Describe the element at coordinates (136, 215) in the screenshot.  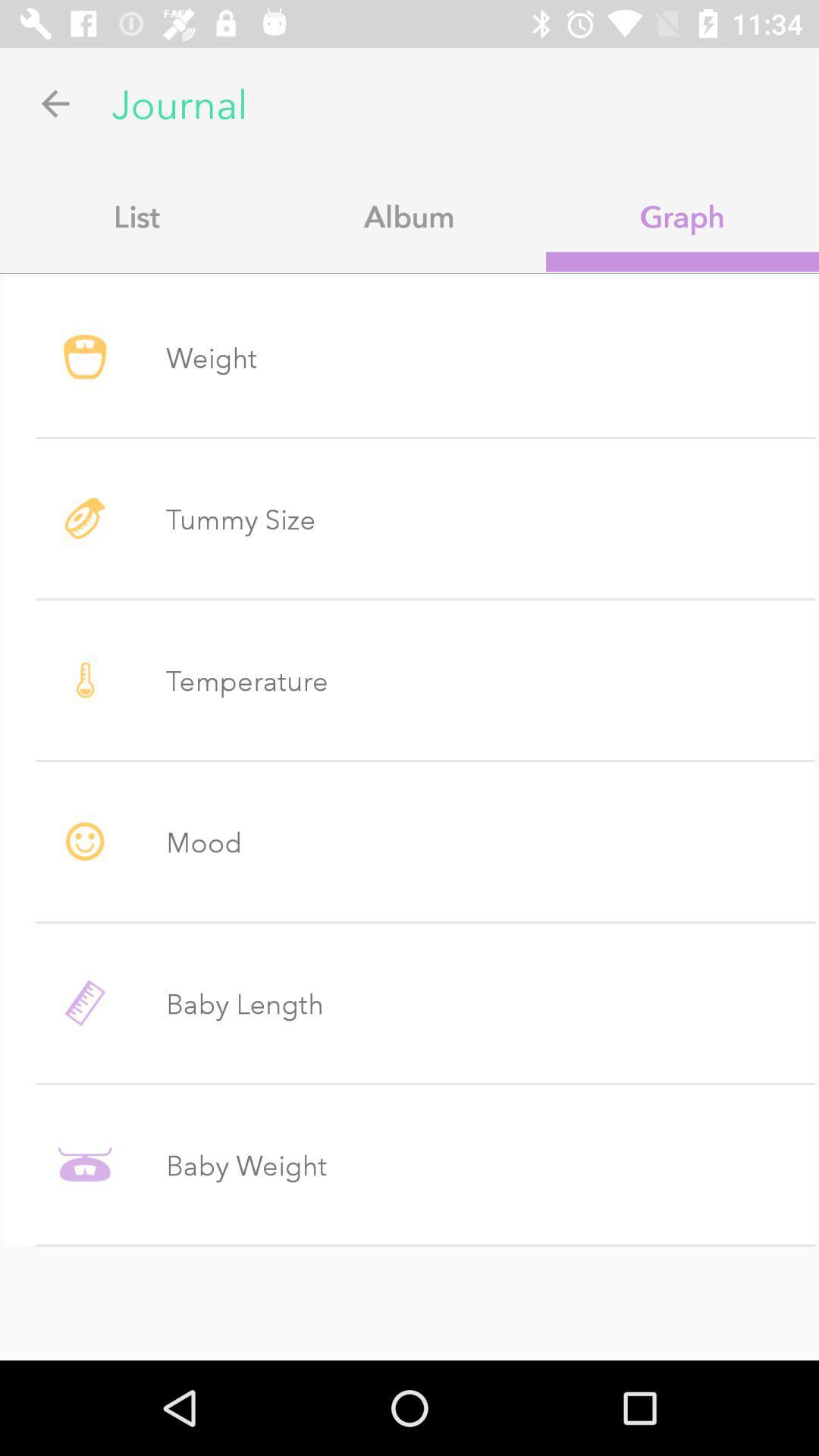
I see `the list app` at that location.